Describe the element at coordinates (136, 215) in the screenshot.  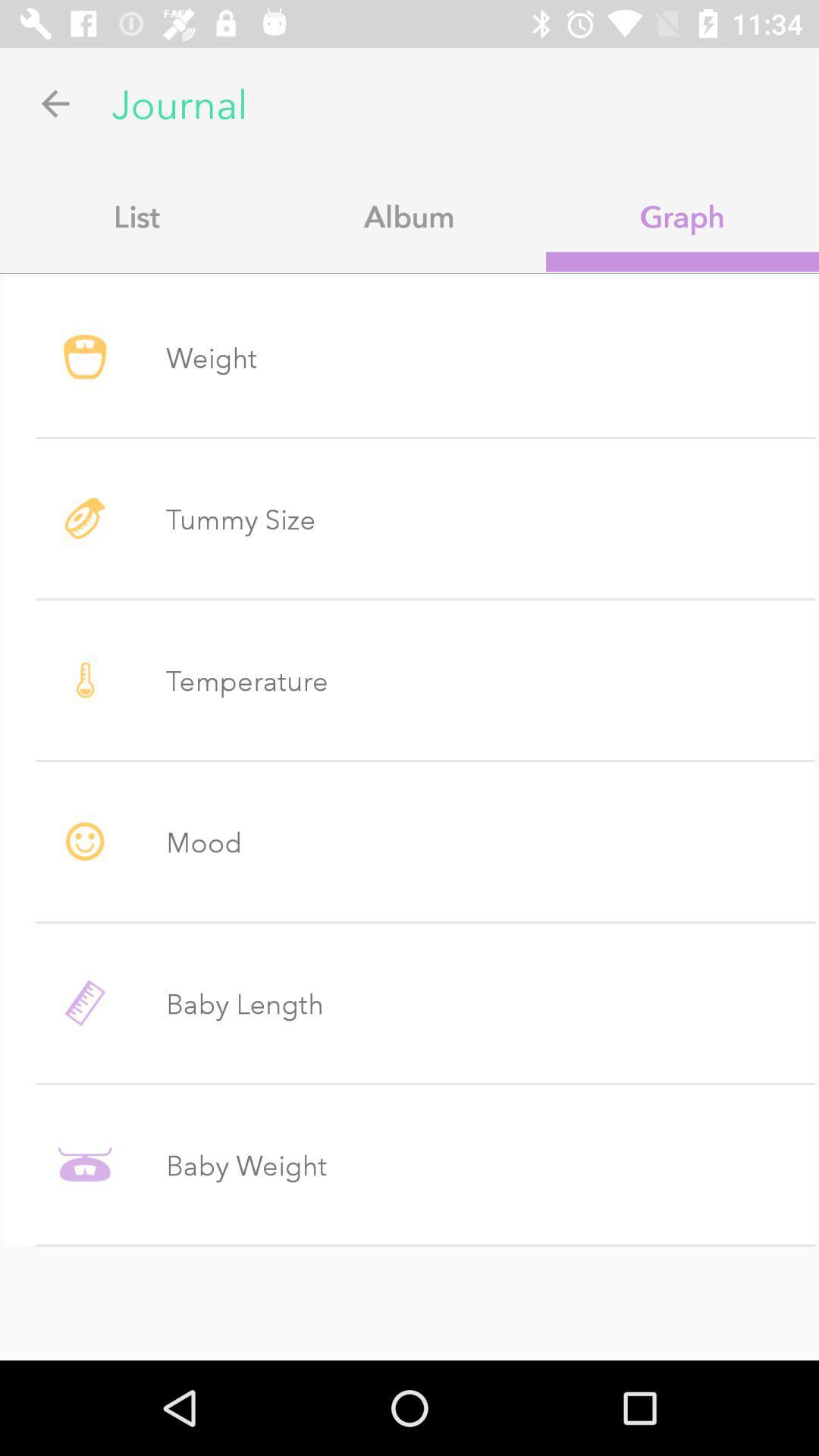
I see `the list app` at that location.